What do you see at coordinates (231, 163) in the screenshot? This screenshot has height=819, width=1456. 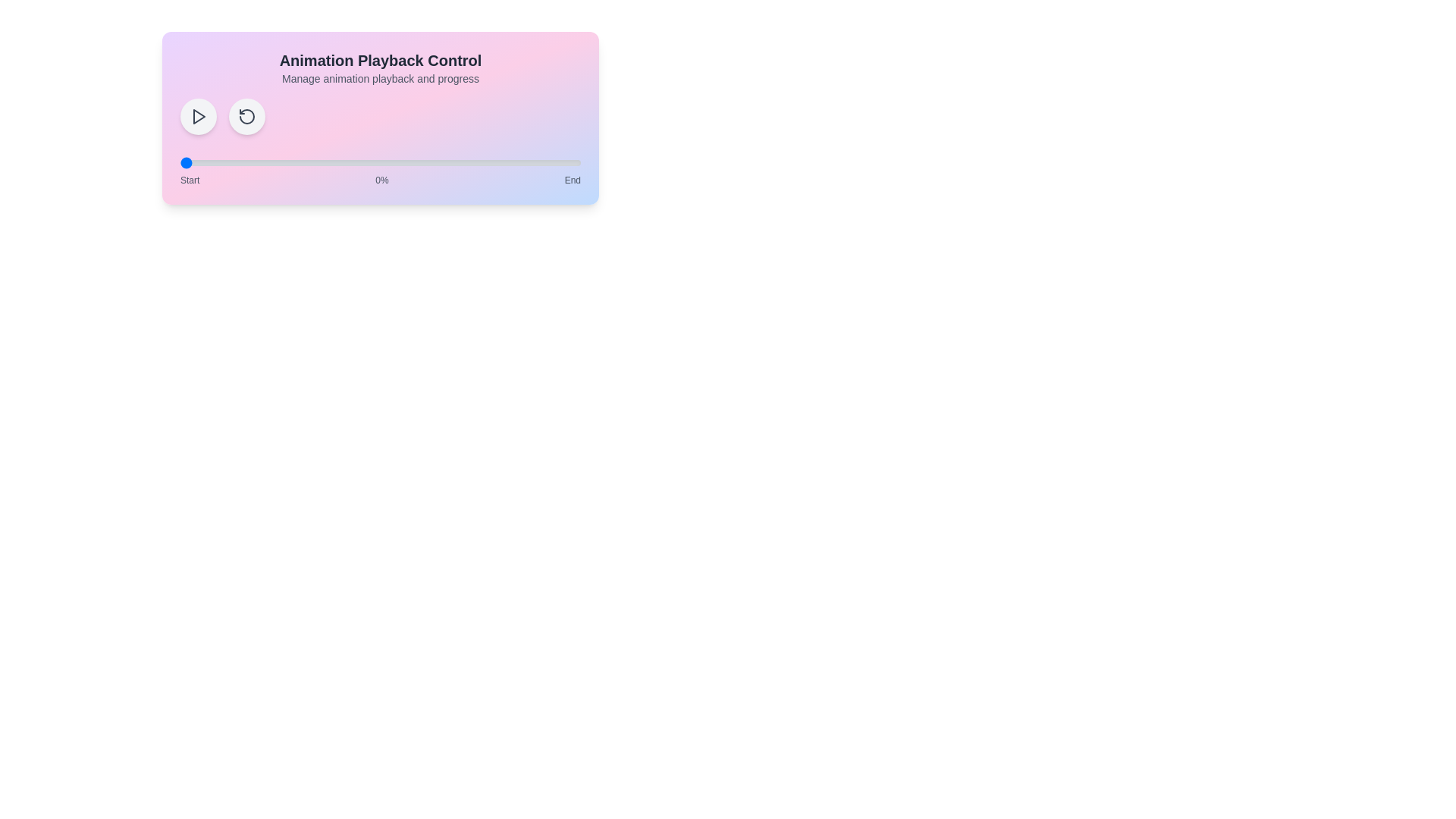 I see `the animation progress to 13% by interacting with the range slider` at bounding box center [231, 163].